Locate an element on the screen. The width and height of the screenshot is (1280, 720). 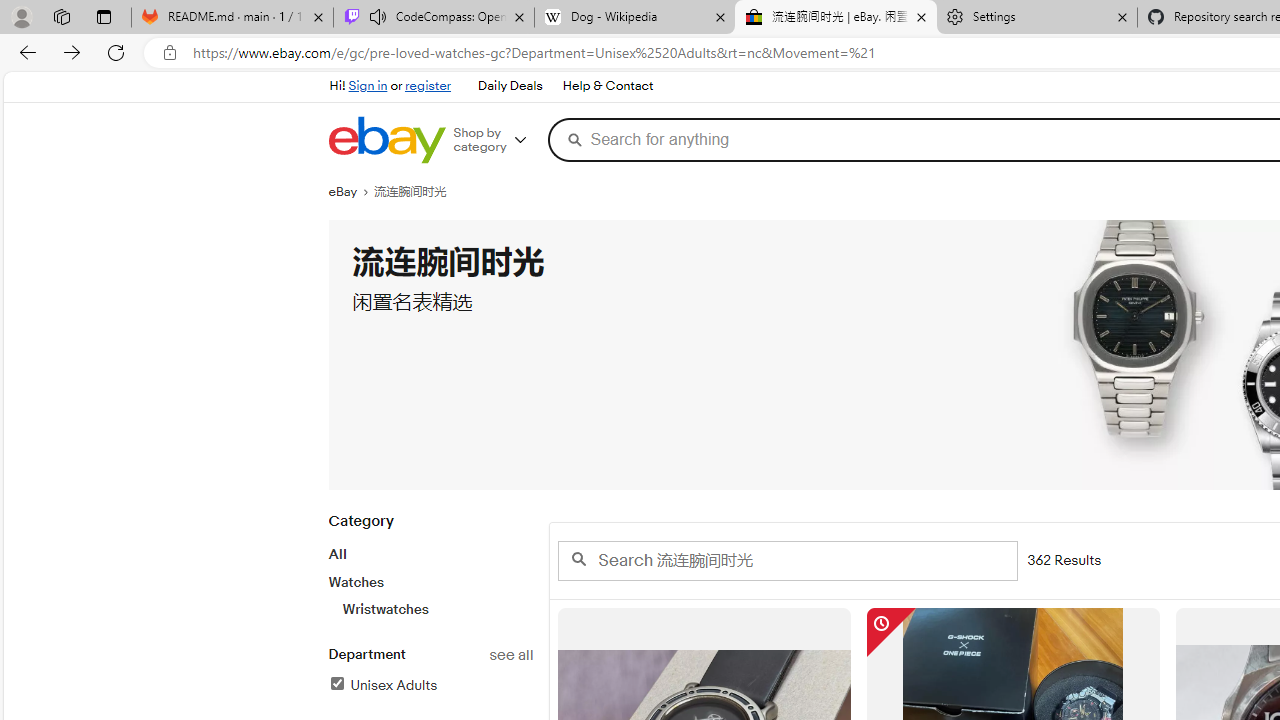
'Unisex AdultsFilter Applied' is located at coordinates (429, 685).